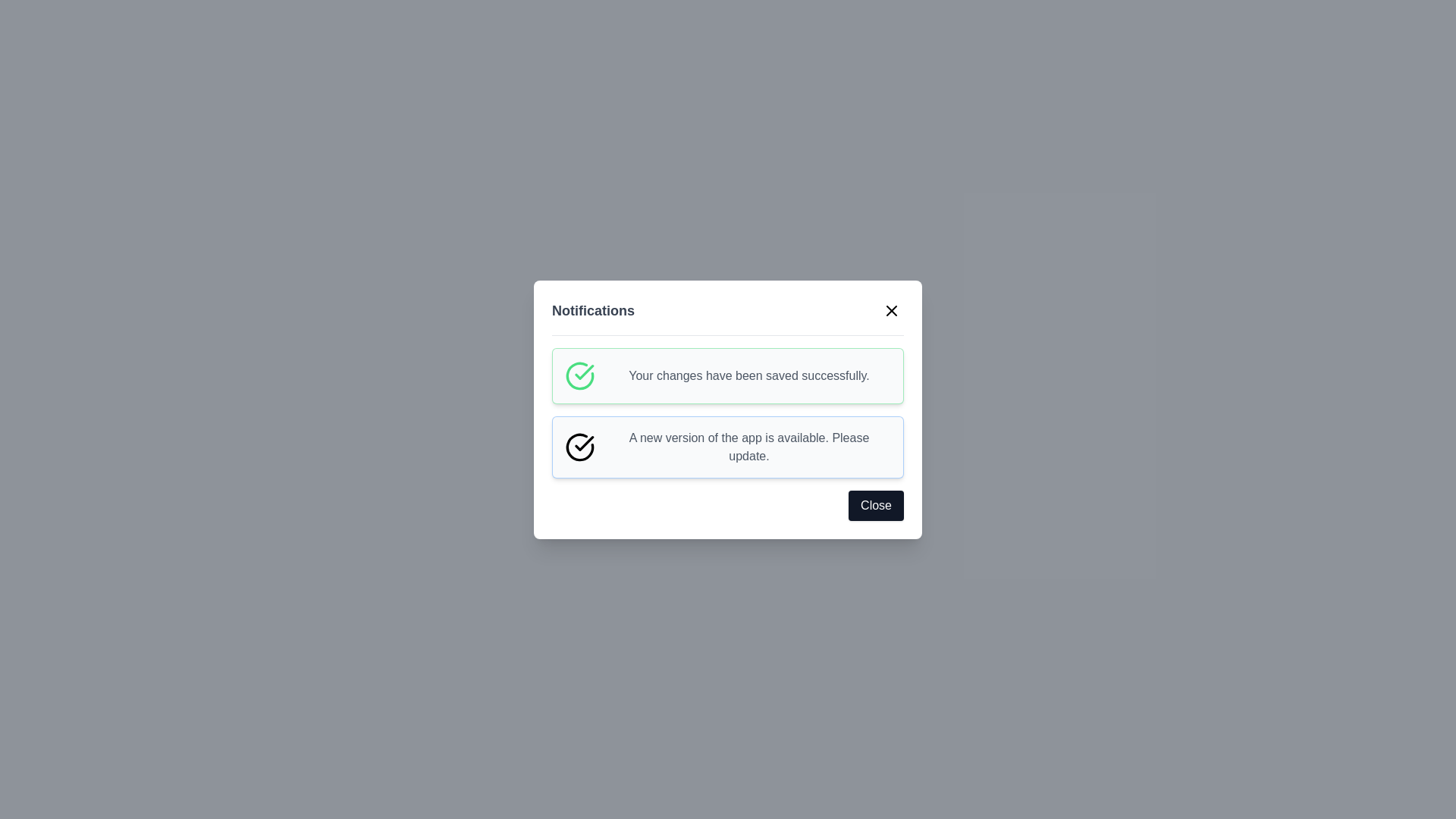  Describe the element at coordinates (592, 309) in the screenshot. I see `text content of the 'Notifications' label located in the header of the modal, which serves as the title providing context for the notifications` at that location.